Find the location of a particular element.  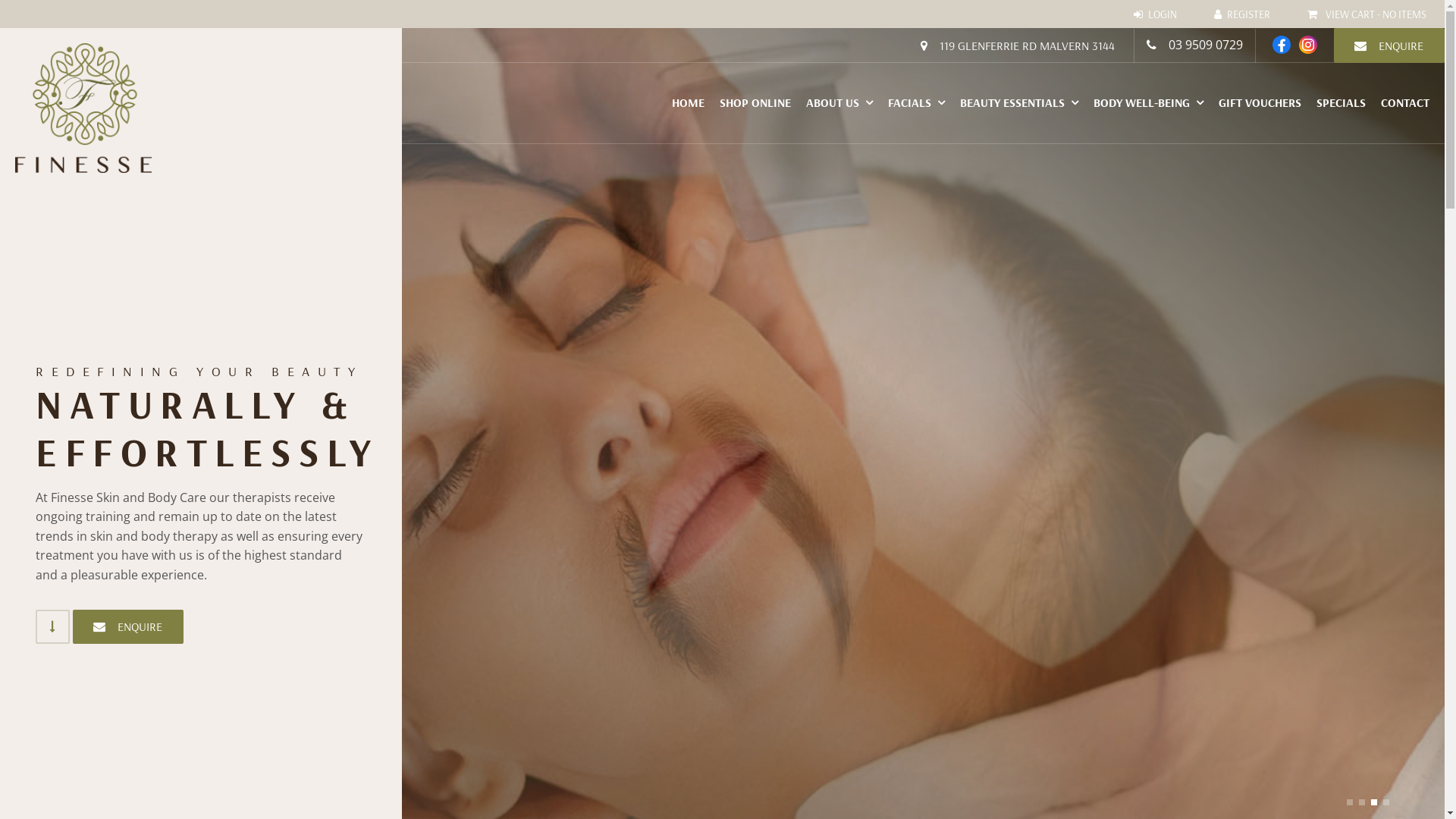

'BODY WELL-BEING' is located at coordinates (1148, 102).